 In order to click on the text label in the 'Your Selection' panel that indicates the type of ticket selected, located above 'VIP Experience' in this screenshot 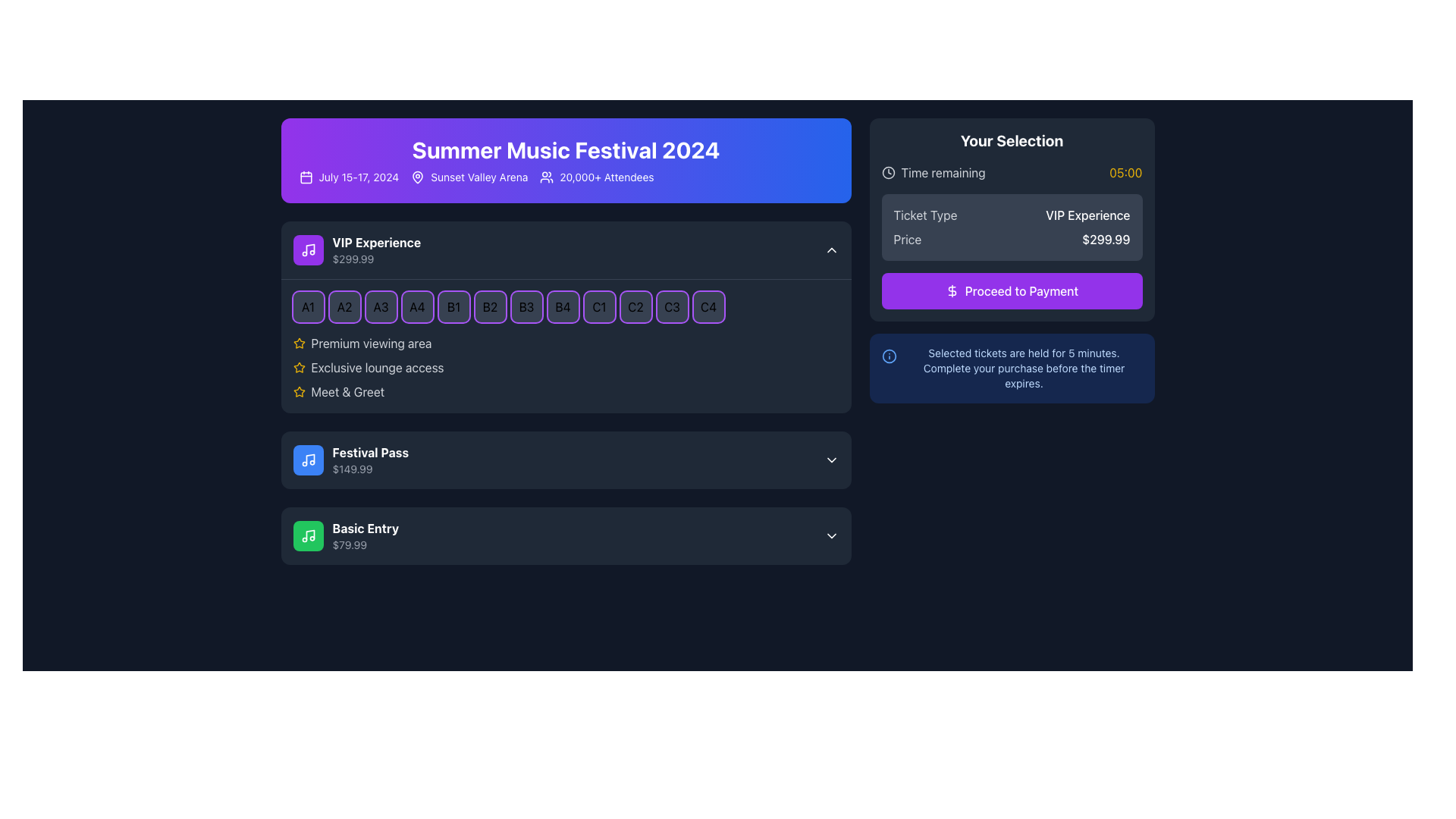, I will do `click(924, 215)`.